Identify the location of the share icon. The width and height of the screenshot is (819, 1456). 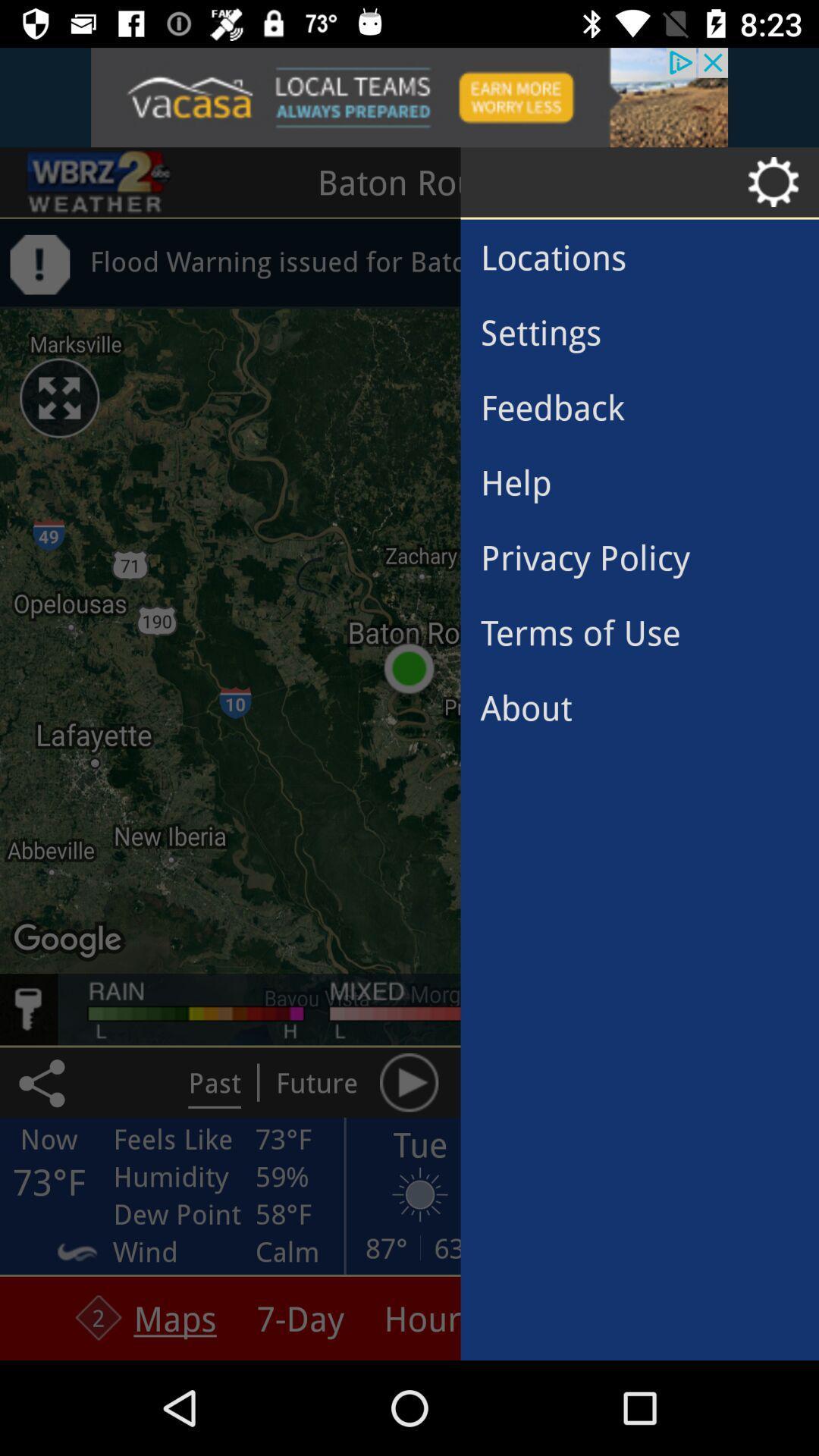
(44, 1081).